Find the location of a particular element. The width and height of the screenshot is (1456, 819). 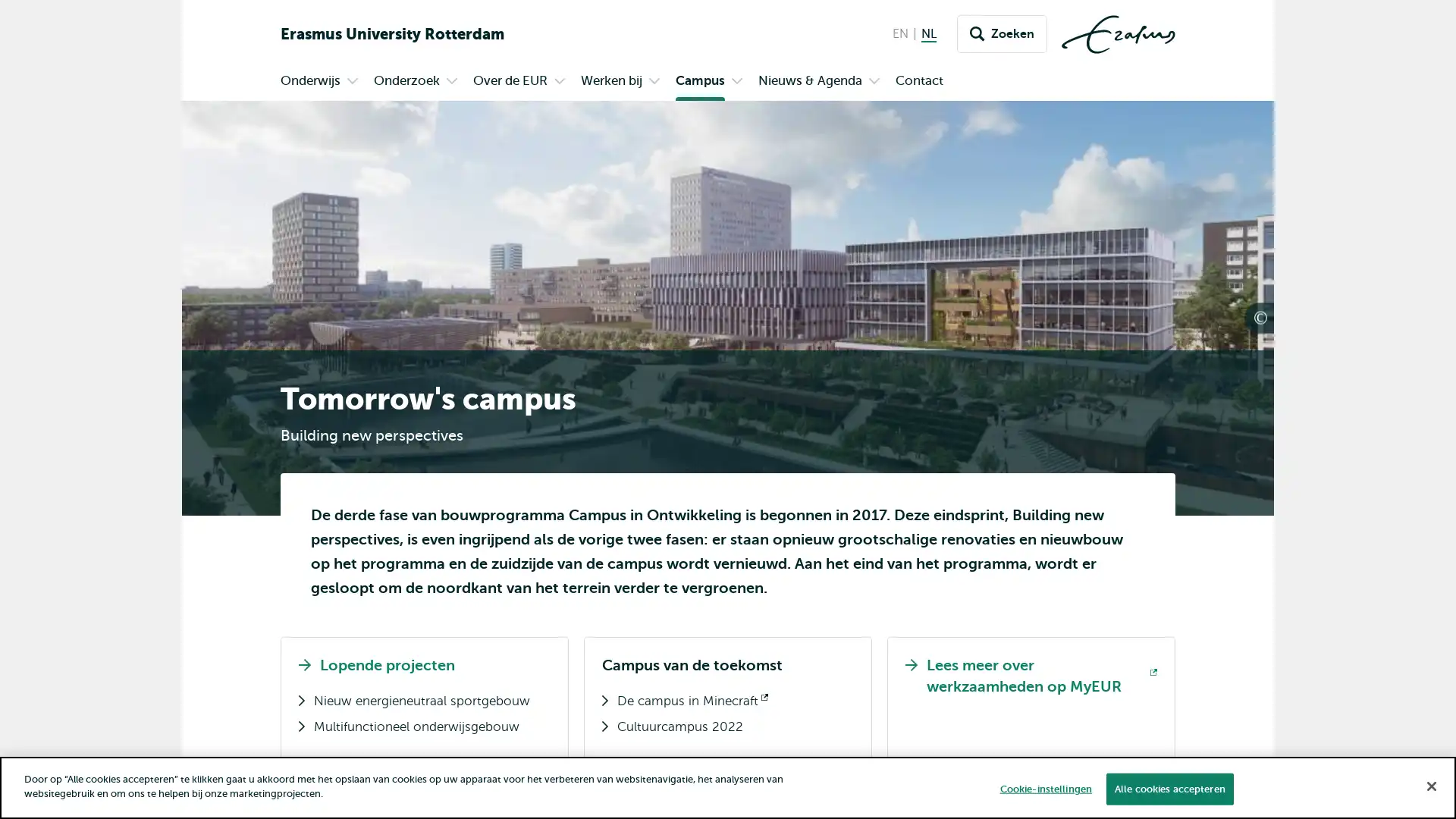

Open submenu is located at coordinates (736, 82).